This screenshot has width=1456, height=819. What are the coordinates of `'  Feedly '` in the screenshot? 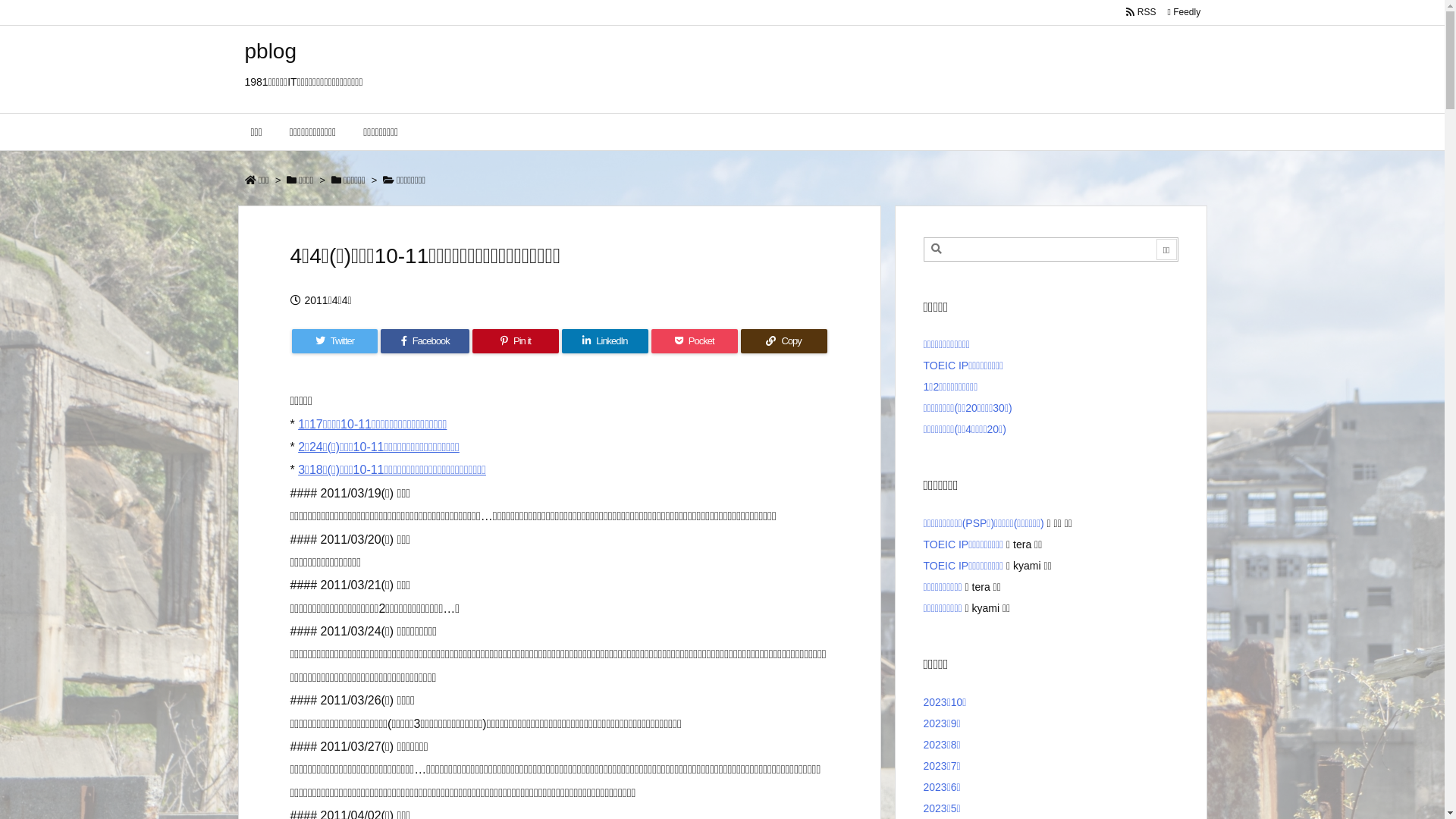 It's located at (1182, 11).